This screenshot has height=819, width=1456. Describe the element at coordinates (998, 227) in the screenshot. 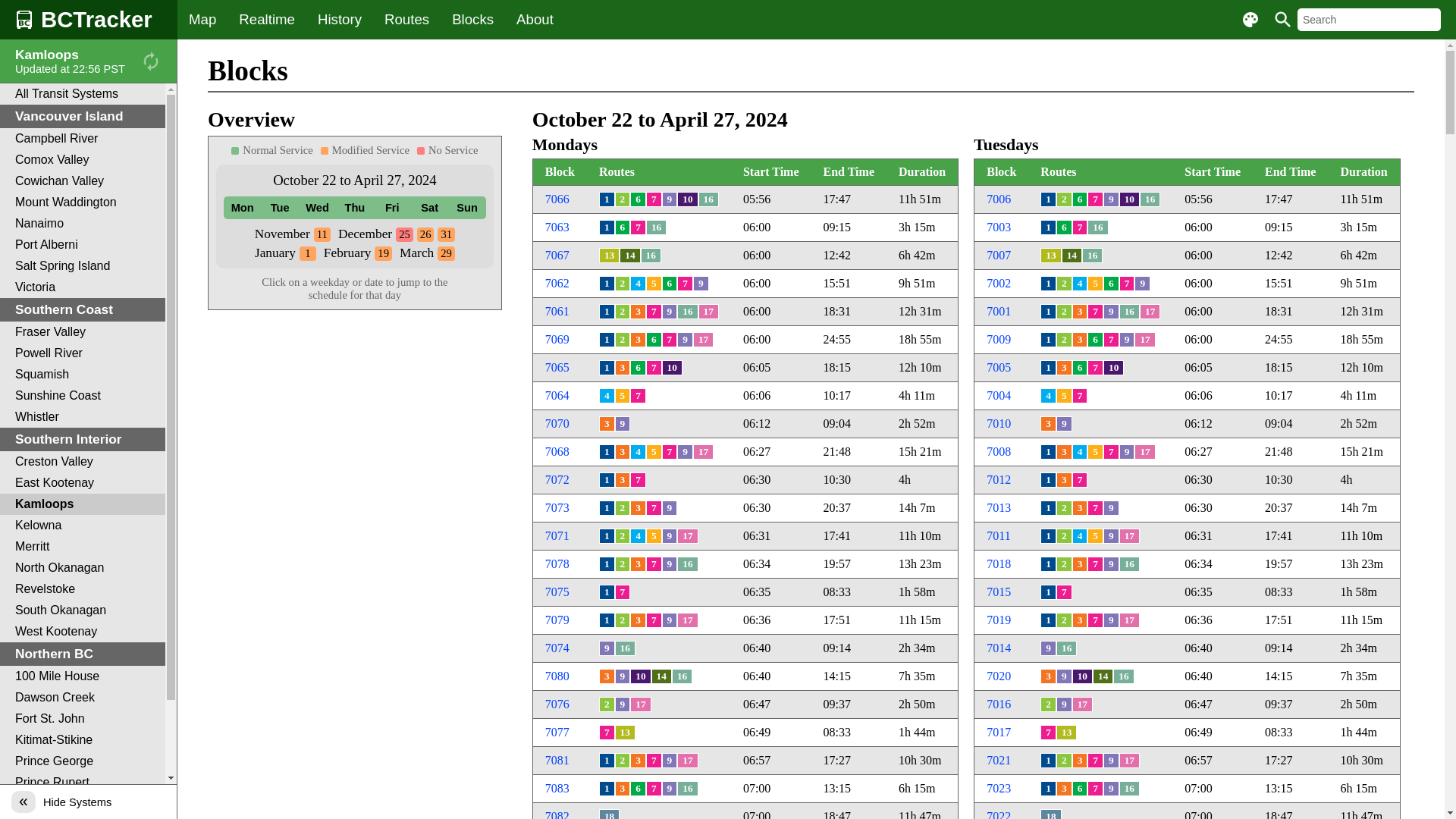

I see `'7003'` at that location.